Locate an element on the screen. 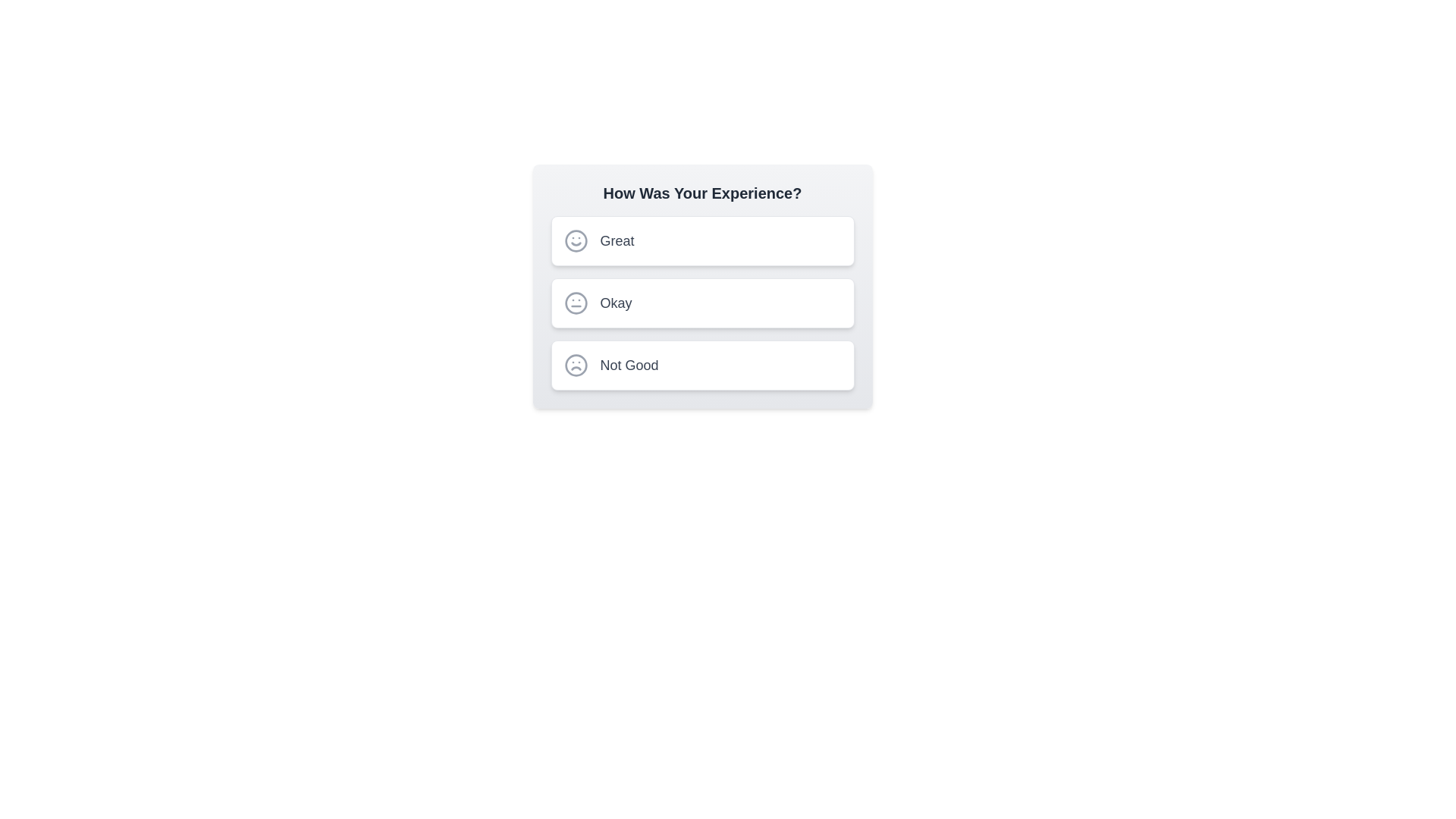  the text label reading 'Not Good', which is styled in medium dark gray font and positioned within an interactive area as the third choice in a vertical list is located at coordinates (629, 366).